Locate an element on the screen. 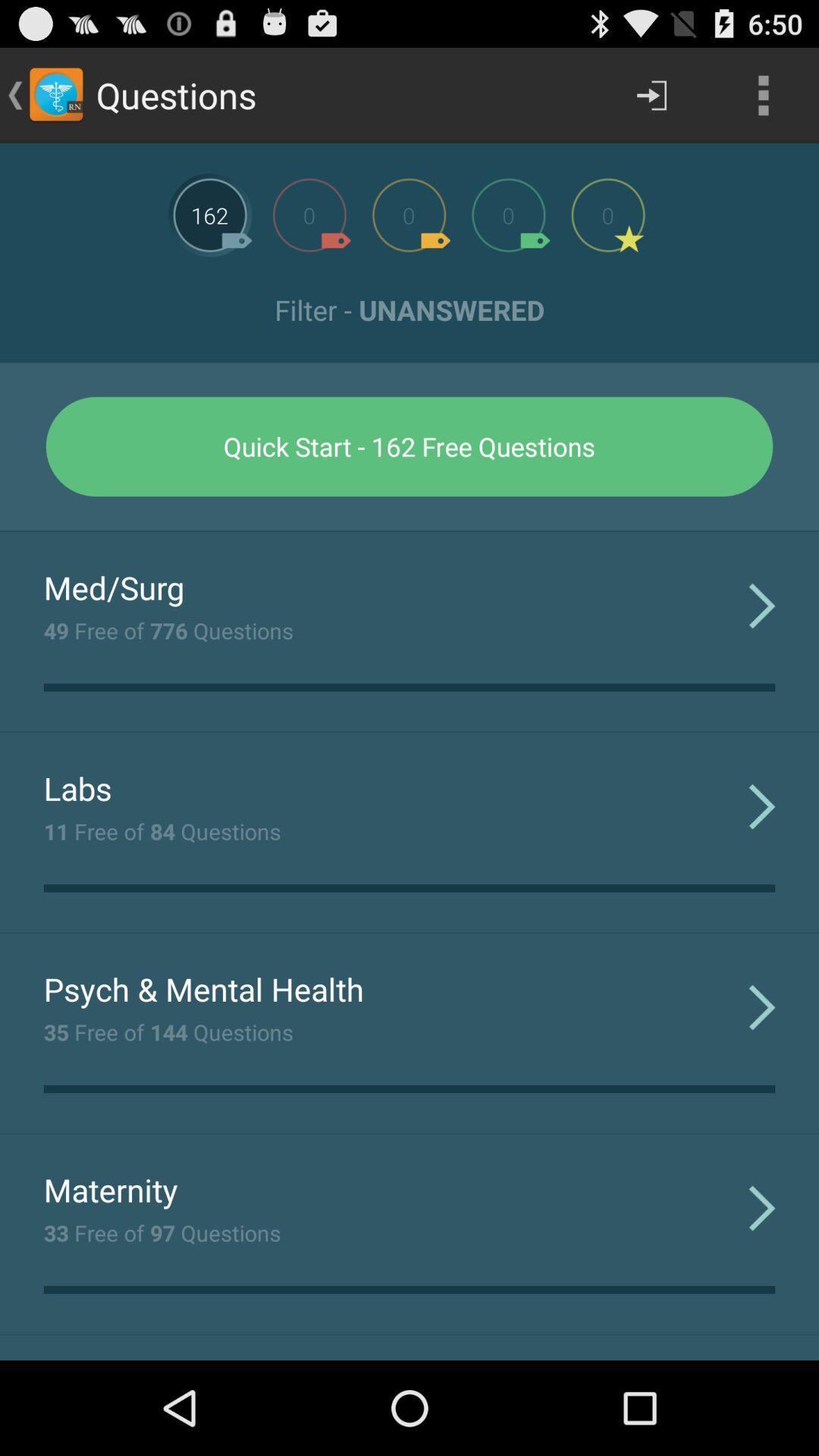  the item above 11 free of icon is located at coordinates (77, 788).